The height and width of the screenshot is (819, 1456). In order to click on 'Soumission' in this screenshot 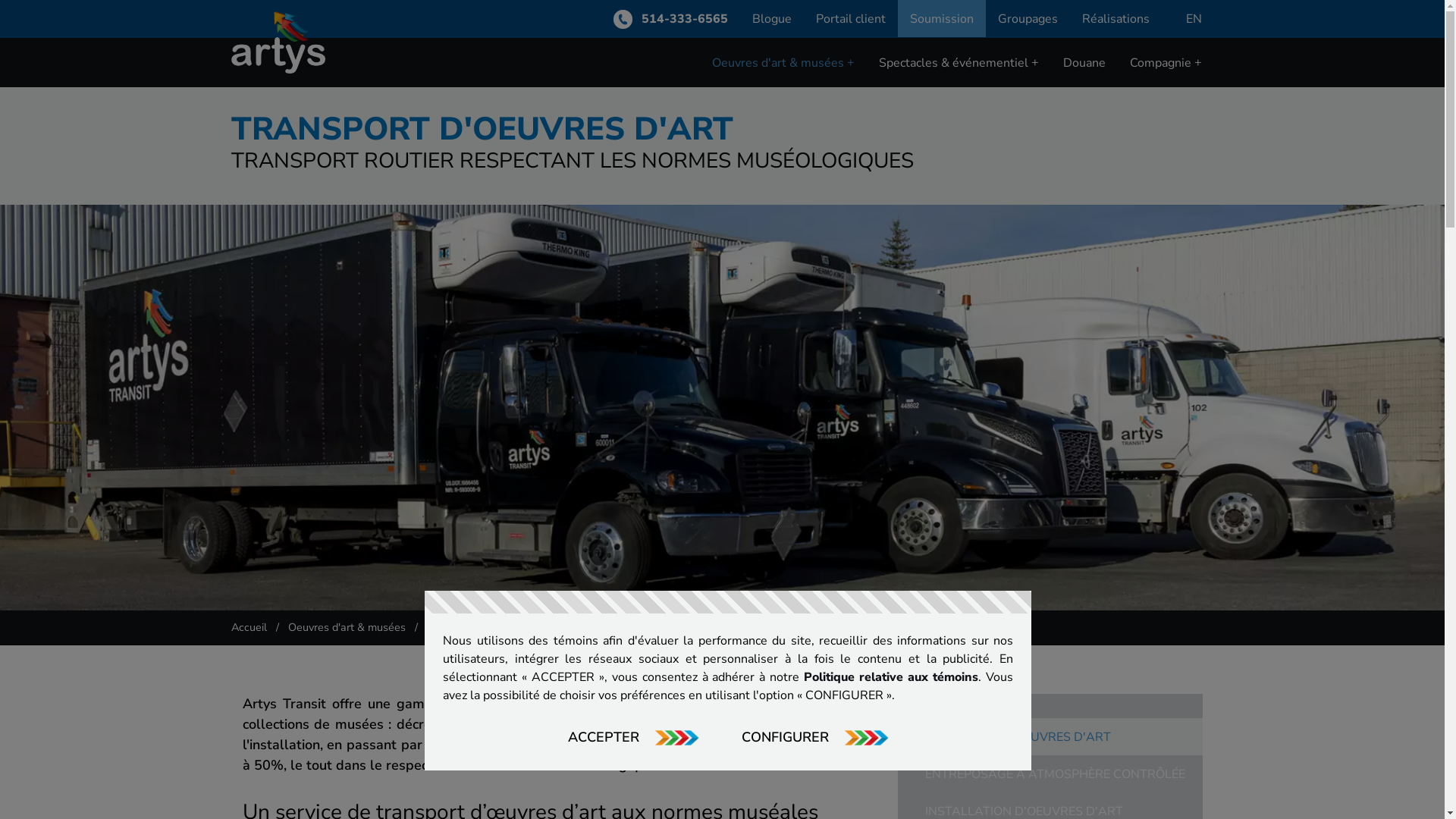, I will do `click(941, 18)`.